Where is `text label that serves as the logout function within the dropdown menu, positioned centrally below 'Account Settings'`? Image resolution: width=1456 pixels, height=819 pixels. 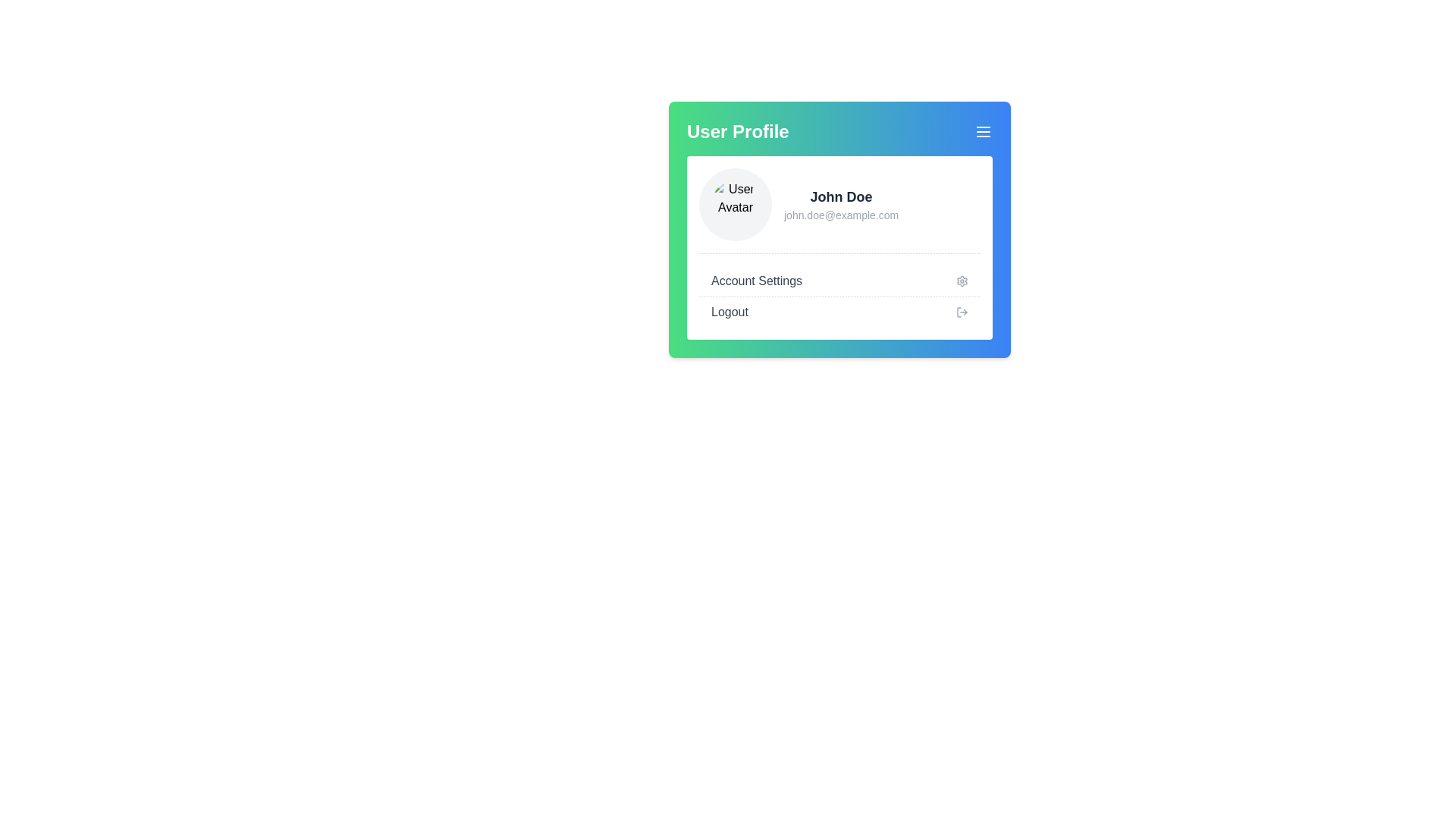 text label that serves as the logout function within the dropdown menu, positioned centrally below 'Account Settings' is located at coordinates (730, 312).